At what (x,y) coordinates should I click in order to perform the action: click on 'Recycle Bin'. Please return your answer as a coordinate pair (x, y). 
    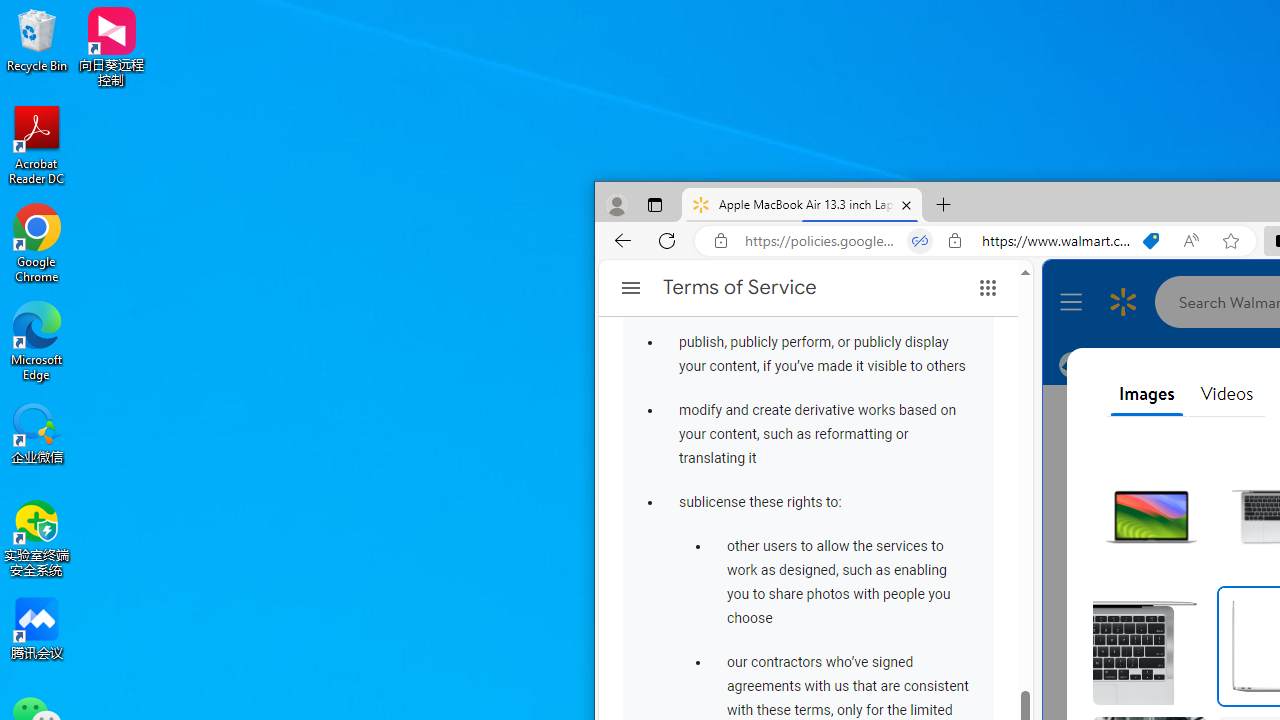
    Looking at the image, I should click on (37, 39).